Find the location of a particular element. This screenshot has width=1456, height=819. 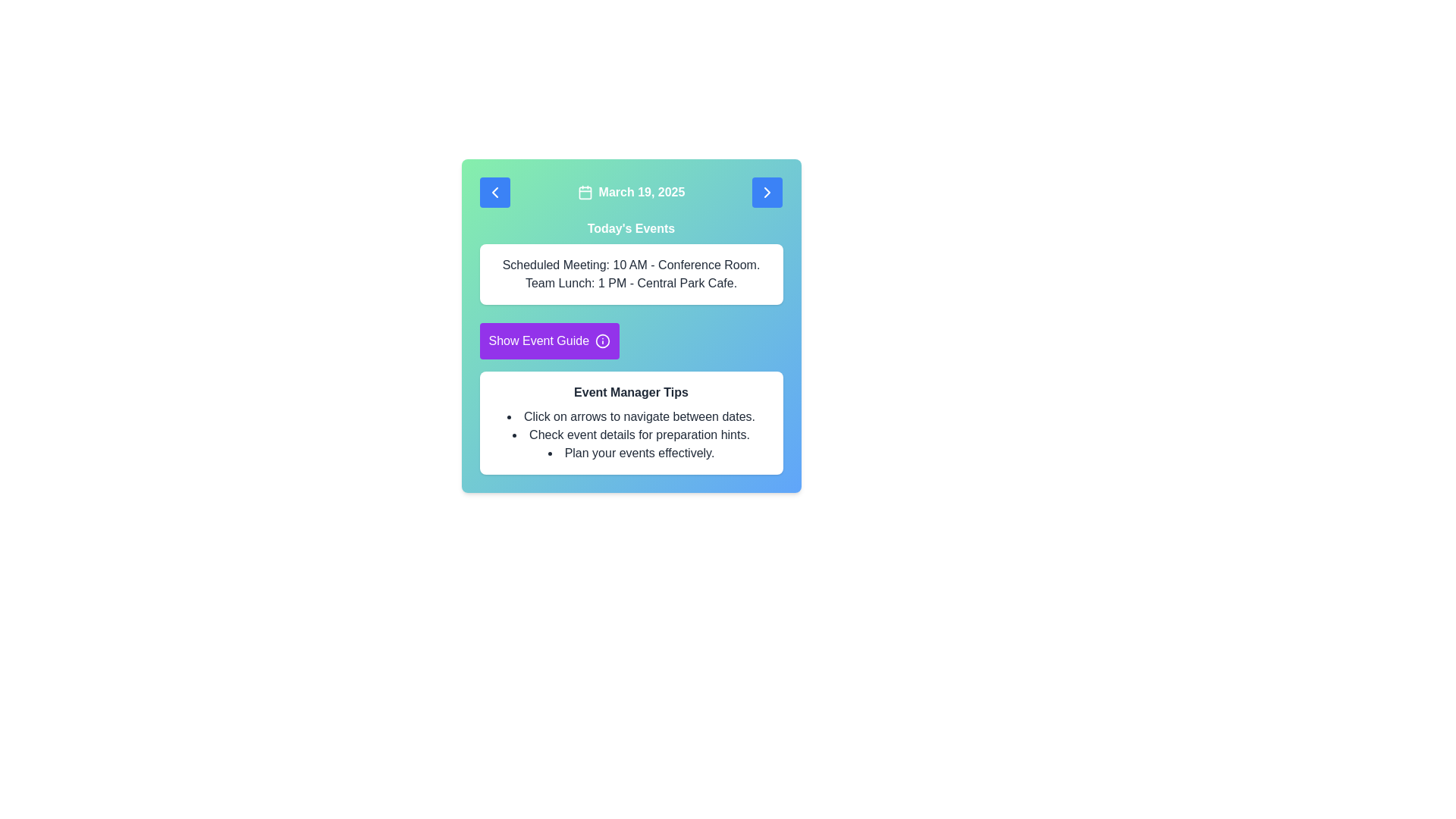

the circular element styled as a filled circle within the 'info' icon, which is located adjacent to the purple button labeled 'Show Event Guide' is located at coordinates (602, 341).